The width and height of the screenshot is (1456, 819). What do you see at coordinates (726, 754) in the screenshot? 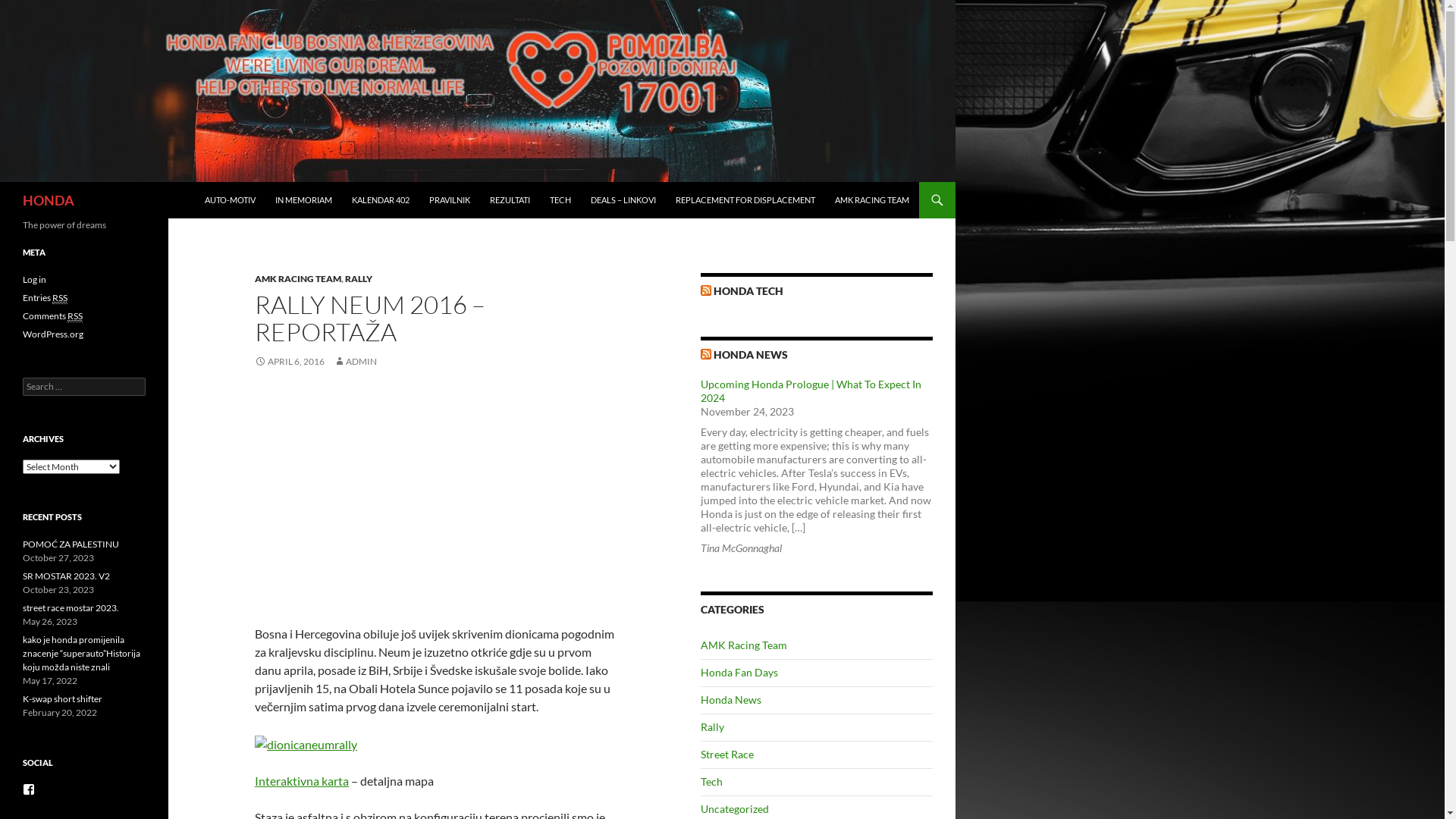
I see `'Street Race'` at bounding box center [726, 754].